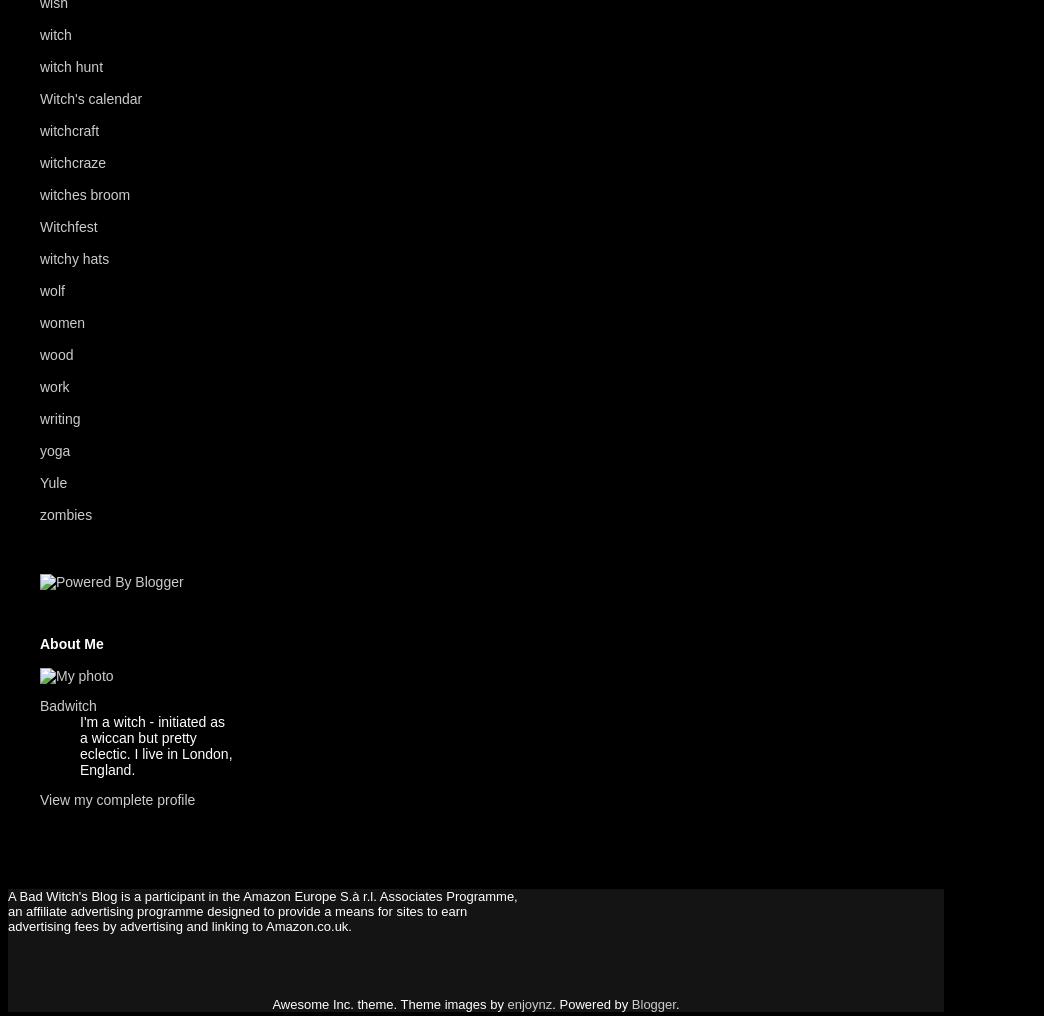 This screenshot has height=1016, width=1044. I want to click on 'About Me', so click(71, 642).